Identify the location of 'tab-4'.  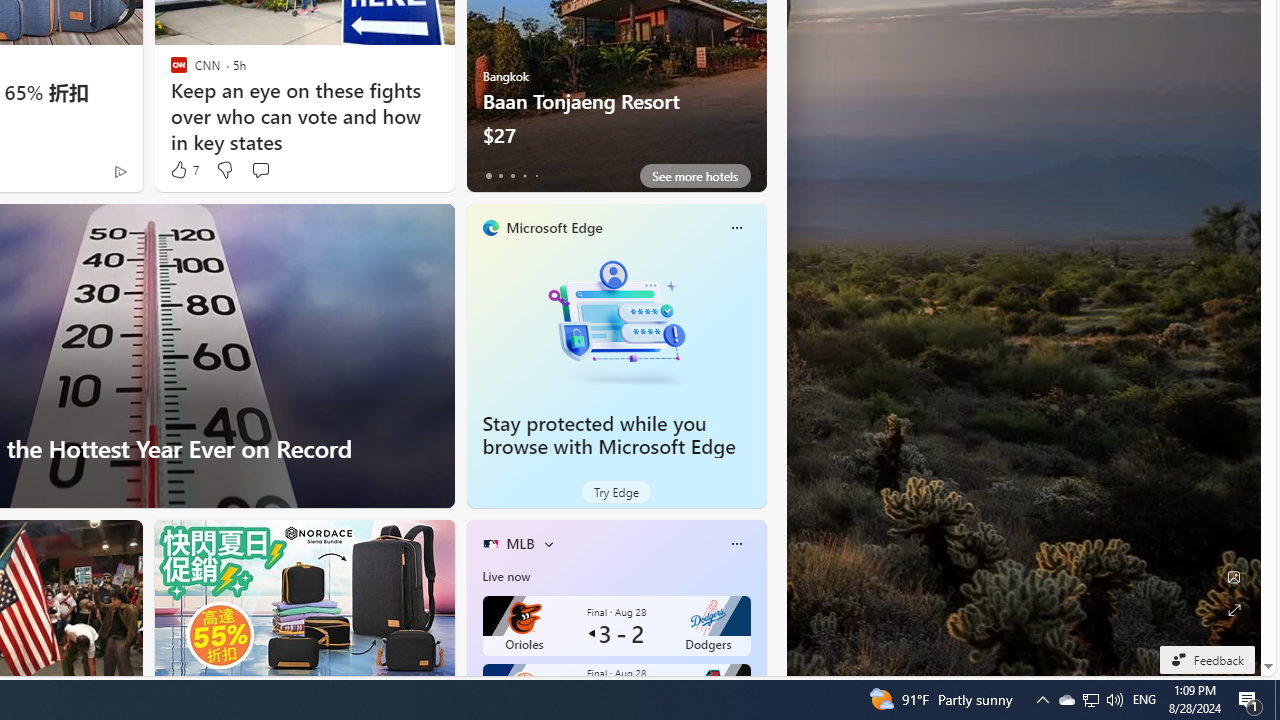
(536, 175).